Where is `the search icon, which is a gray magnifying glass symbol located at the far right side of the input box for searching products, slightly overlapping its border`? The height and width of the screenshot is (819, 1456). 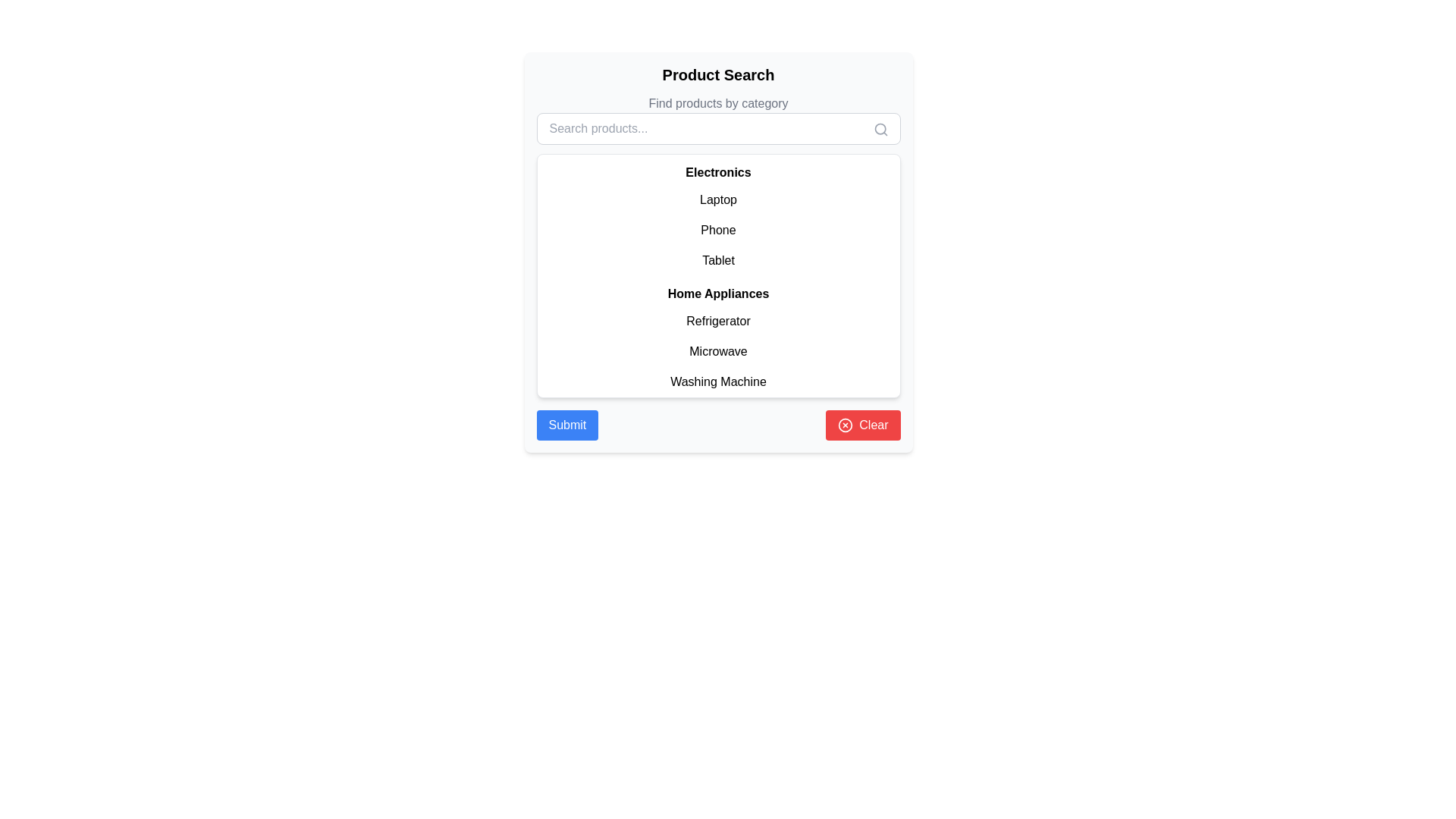
the search icon, which is a gray magnifying glass symbol located at the far right side of the input box for searching products, slightly overlapping its border is located at coordinates (880, 128).